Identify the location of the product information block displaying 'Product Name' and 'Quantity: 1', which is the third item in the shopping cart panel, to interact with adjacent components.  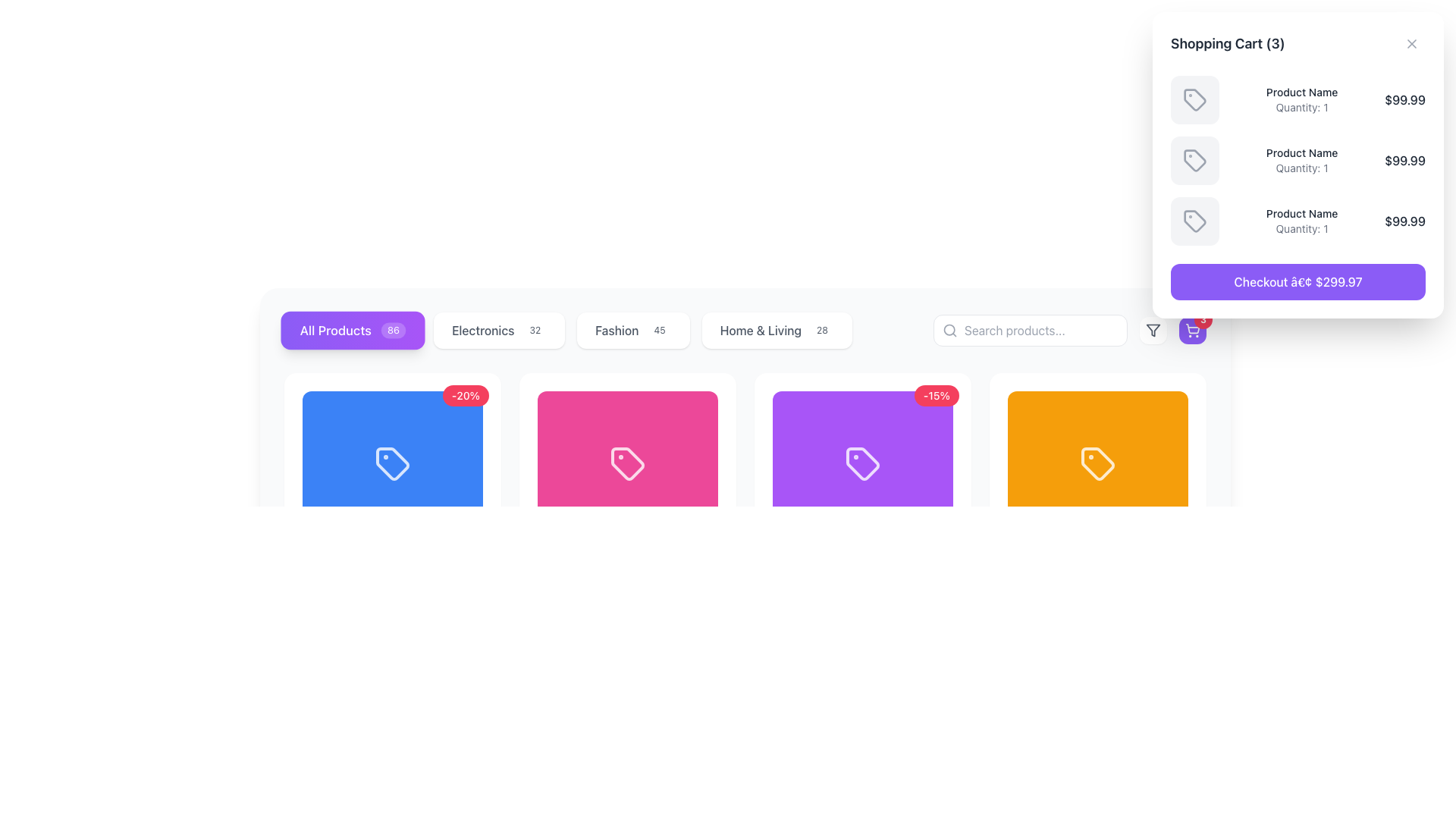
(1301, 221).